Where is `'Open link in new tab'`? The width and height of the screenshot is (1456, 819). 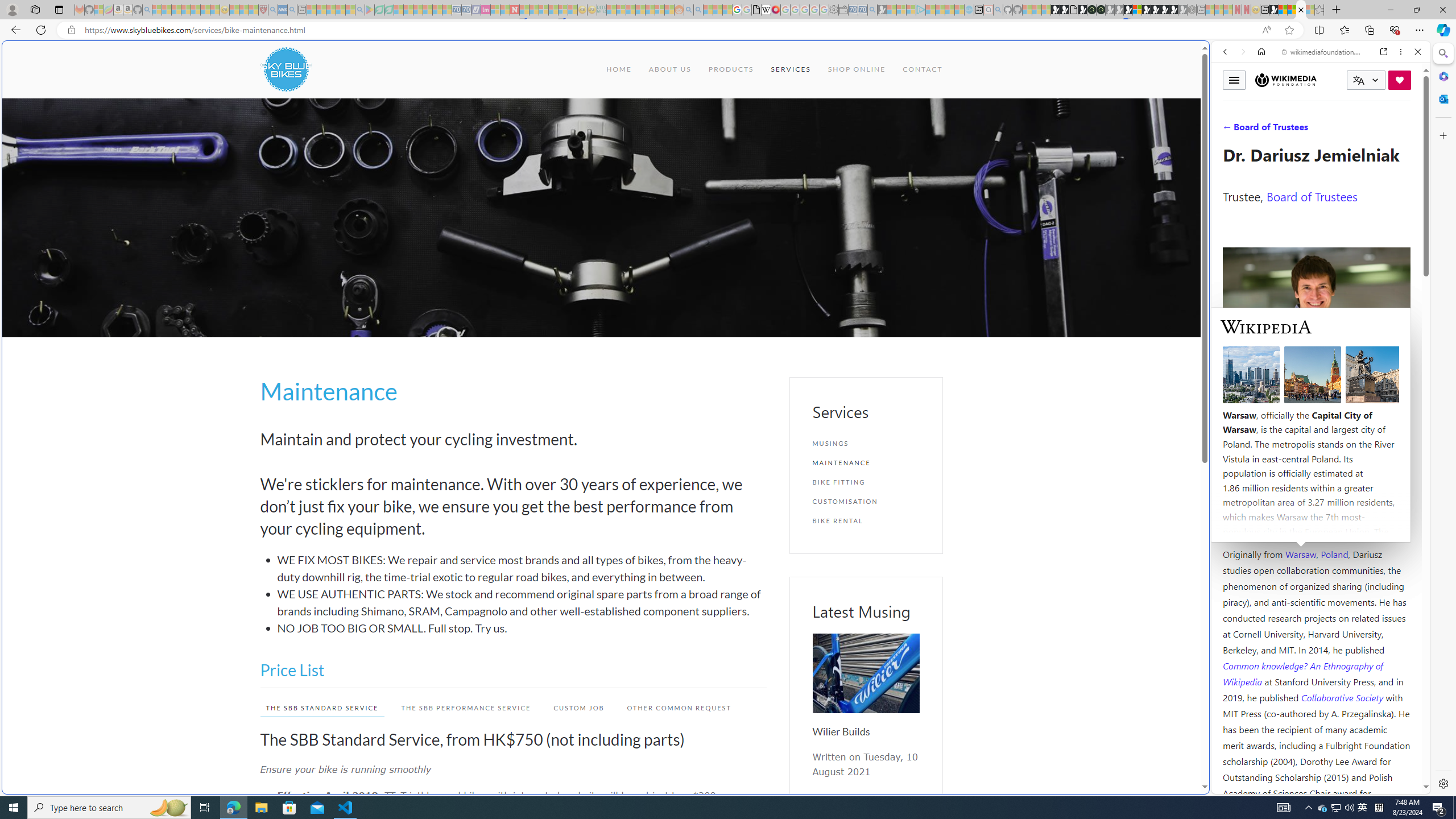 'Open link in new tab' is located at coordinates (1384, 51).